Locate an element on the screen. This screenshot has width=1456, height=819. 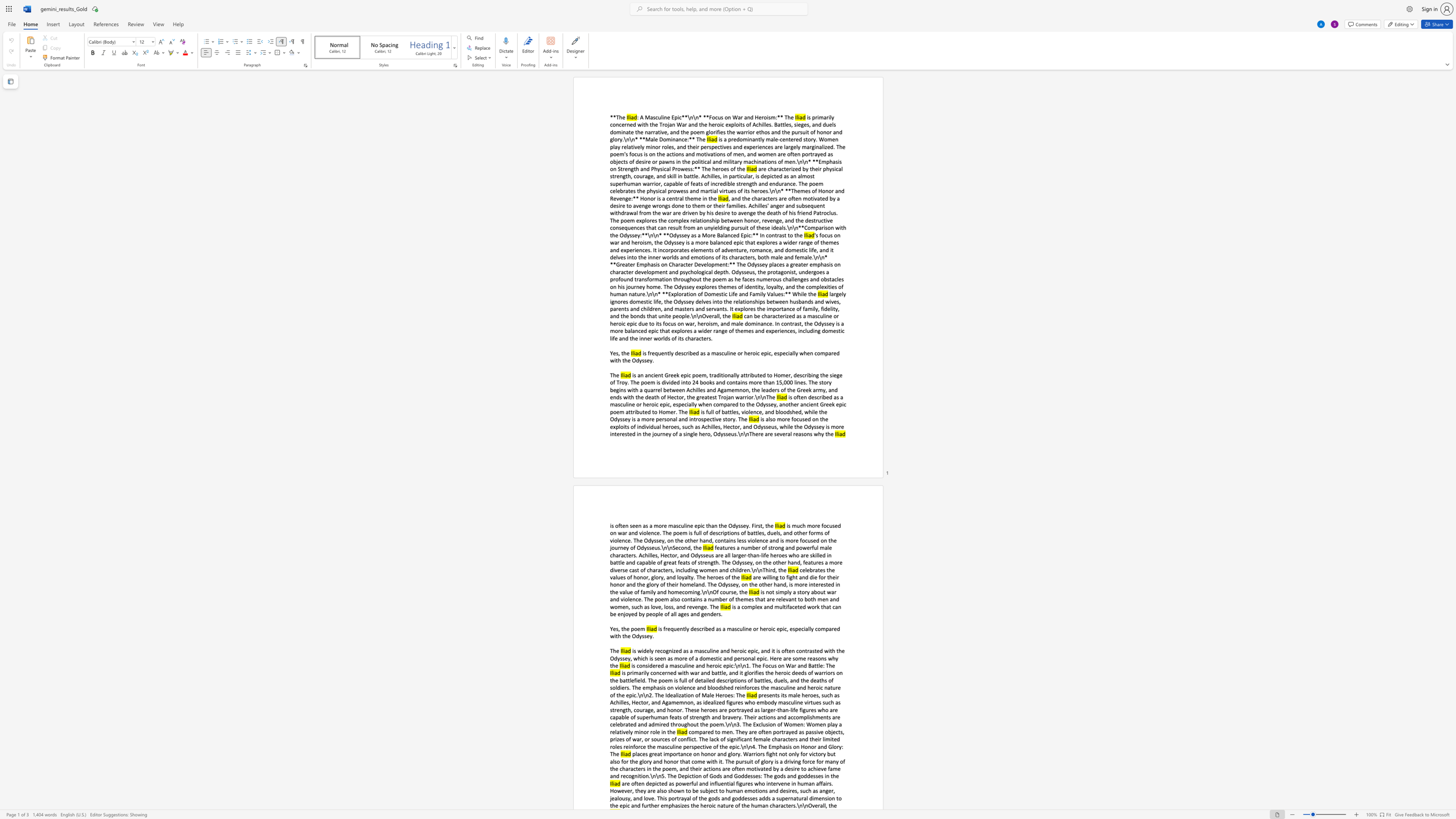
the subset text "arents and children, and mast" within the text "largely ignores domestic life, the Odyssey delves into the relationships between husbands and wives, parents and children, and masters and servants. It explores the importance of family, fidelity, and the bonds that unite people.\n\nOverall, the" is located at coordinates (613, 308).